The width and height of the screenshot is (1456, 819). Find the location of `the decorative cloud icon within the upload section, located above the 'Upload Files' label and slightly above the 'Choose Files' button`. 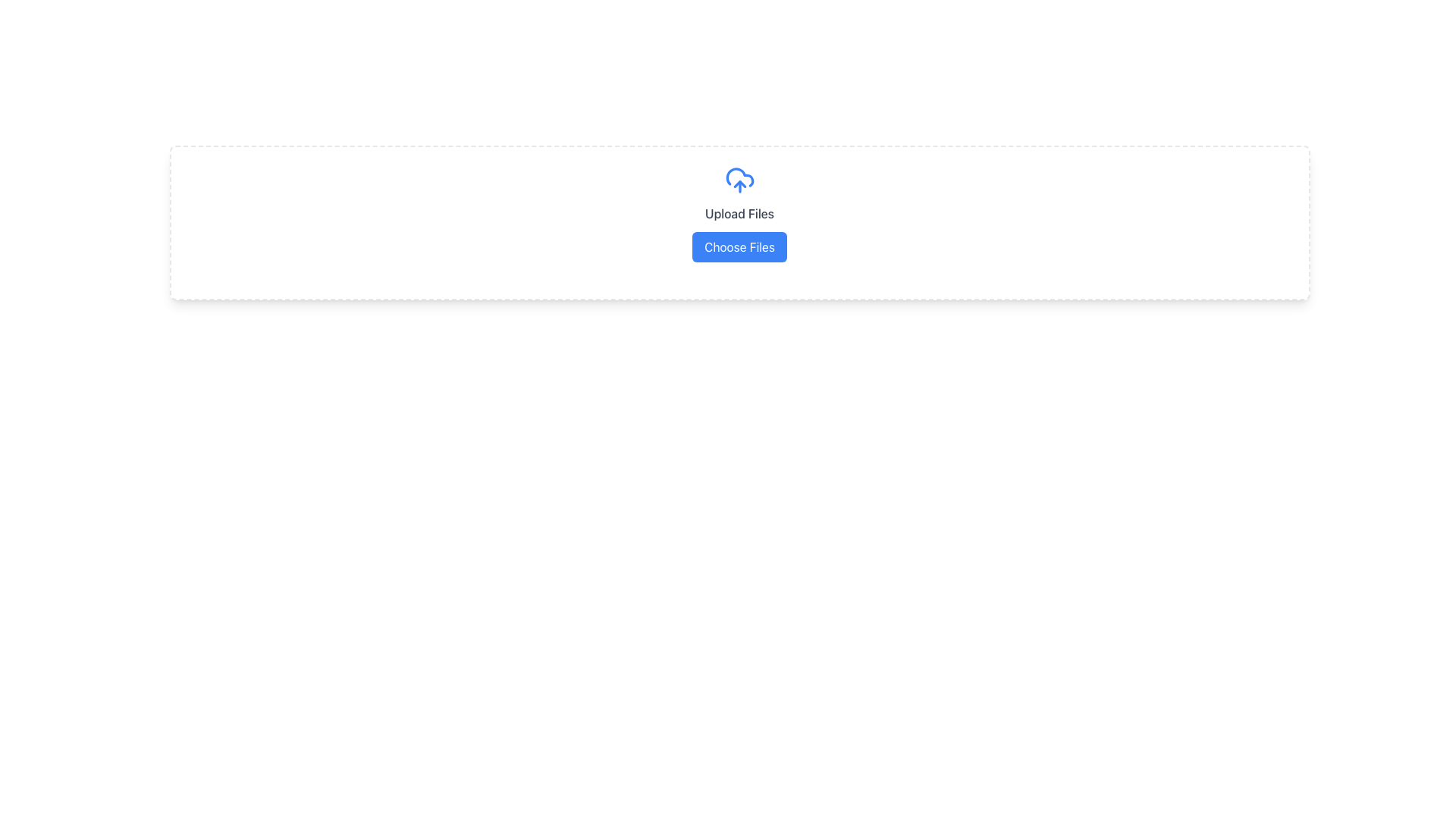

the decorative cloud icon within the upload section, located above the 'Upload Files' label and slightly above the 'Choose Files' button is located at coordinates (739, 177).